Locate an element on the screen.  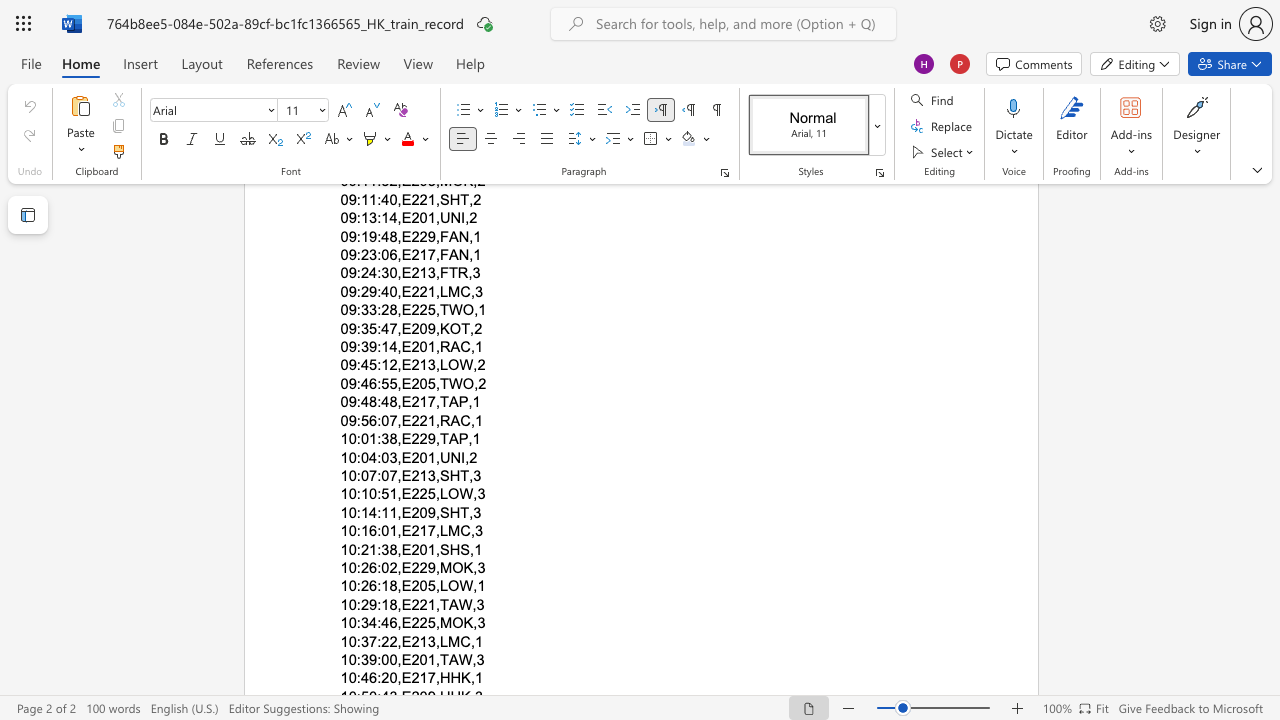
the subset text ":03,E201,UN" within the text "10:04:03,E201,UNI,2" is located at coordinates (377, 457).